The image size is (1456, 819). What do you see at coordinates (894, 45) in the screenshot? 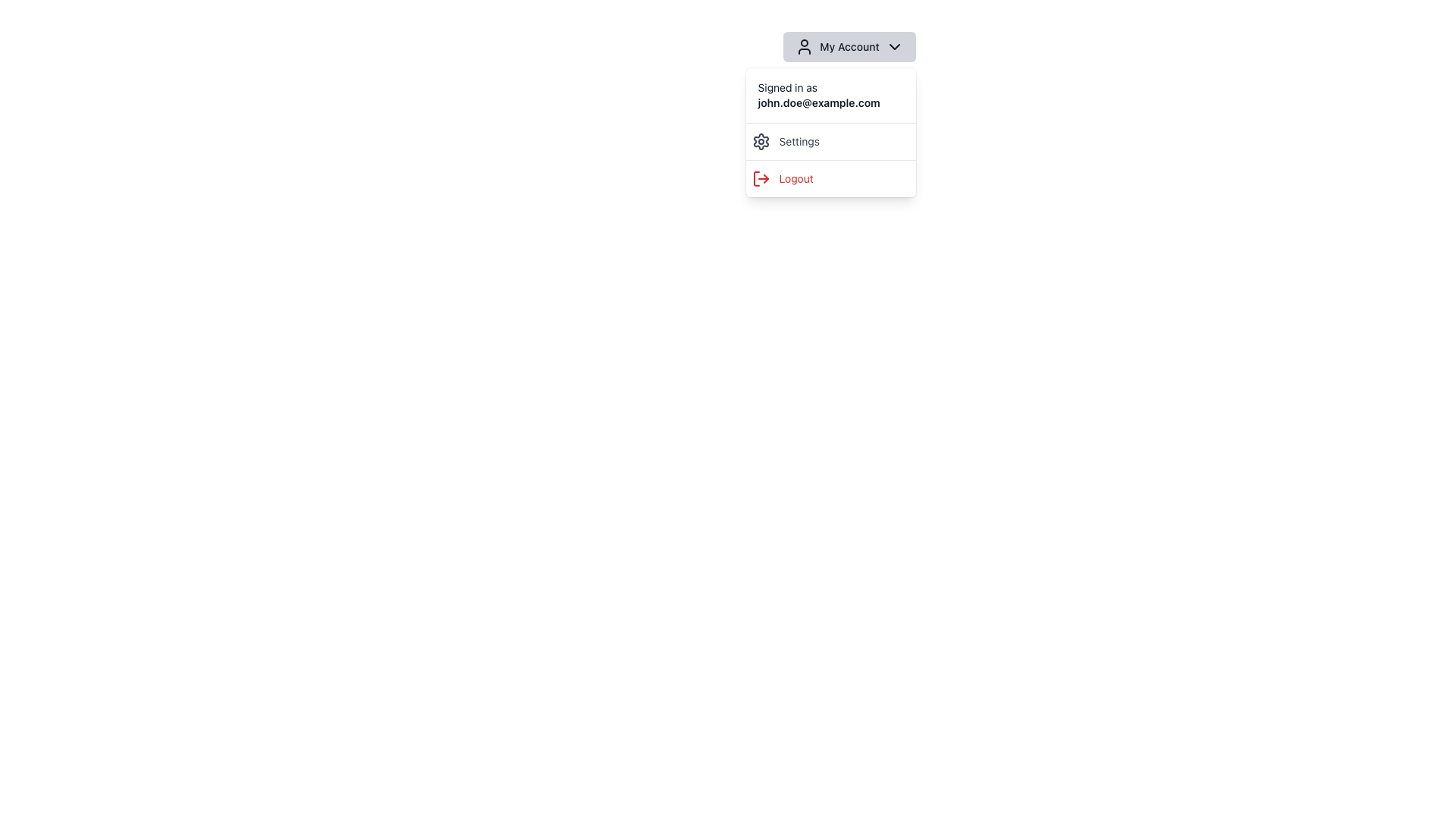
I see `the small chevron-down icon that is part of the 'My Account' button` at bounding box center [894, 45].